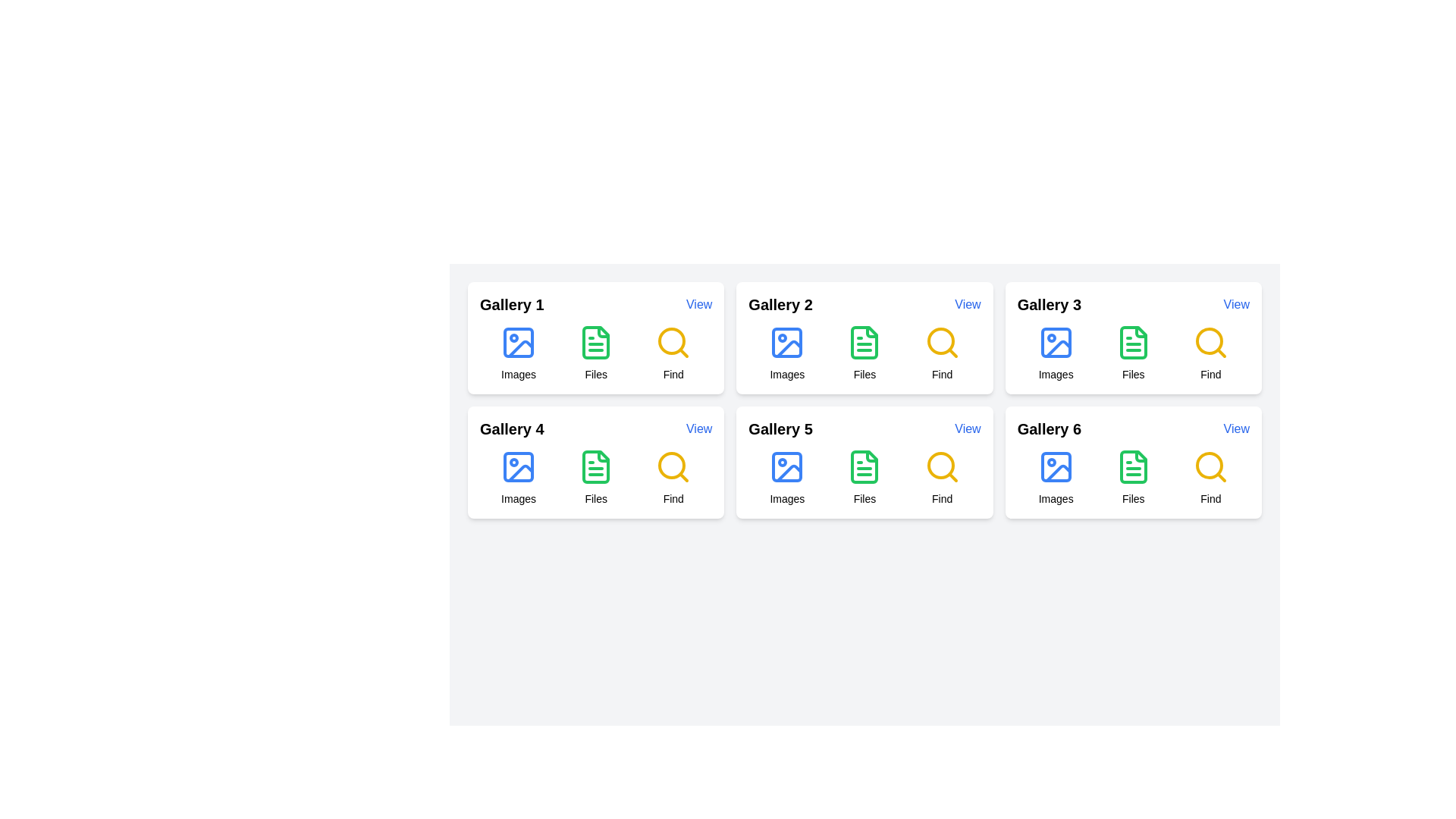 The image size is (1456, 819). Describe the element at coordinates (1210, 466) in the screenshot. I see `the 'Find' icon located in the sixth gallery box of the grid layout to initiate the search function` at that location.